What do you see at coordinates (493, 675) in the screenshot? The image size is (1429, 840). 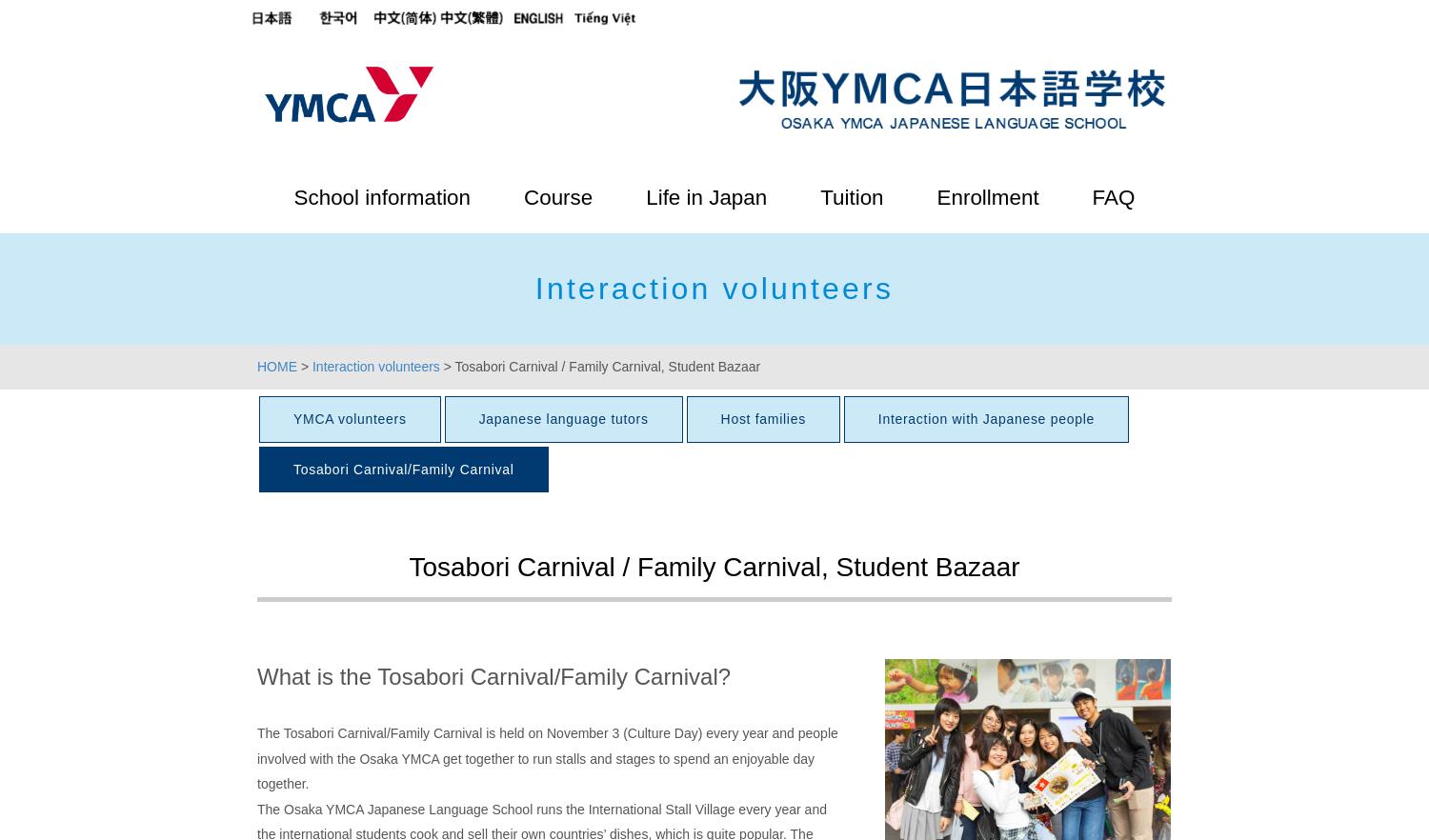 I see `'What is the Tosabori Carnival/Family Carnival?'` at bounding box center [493, 675].